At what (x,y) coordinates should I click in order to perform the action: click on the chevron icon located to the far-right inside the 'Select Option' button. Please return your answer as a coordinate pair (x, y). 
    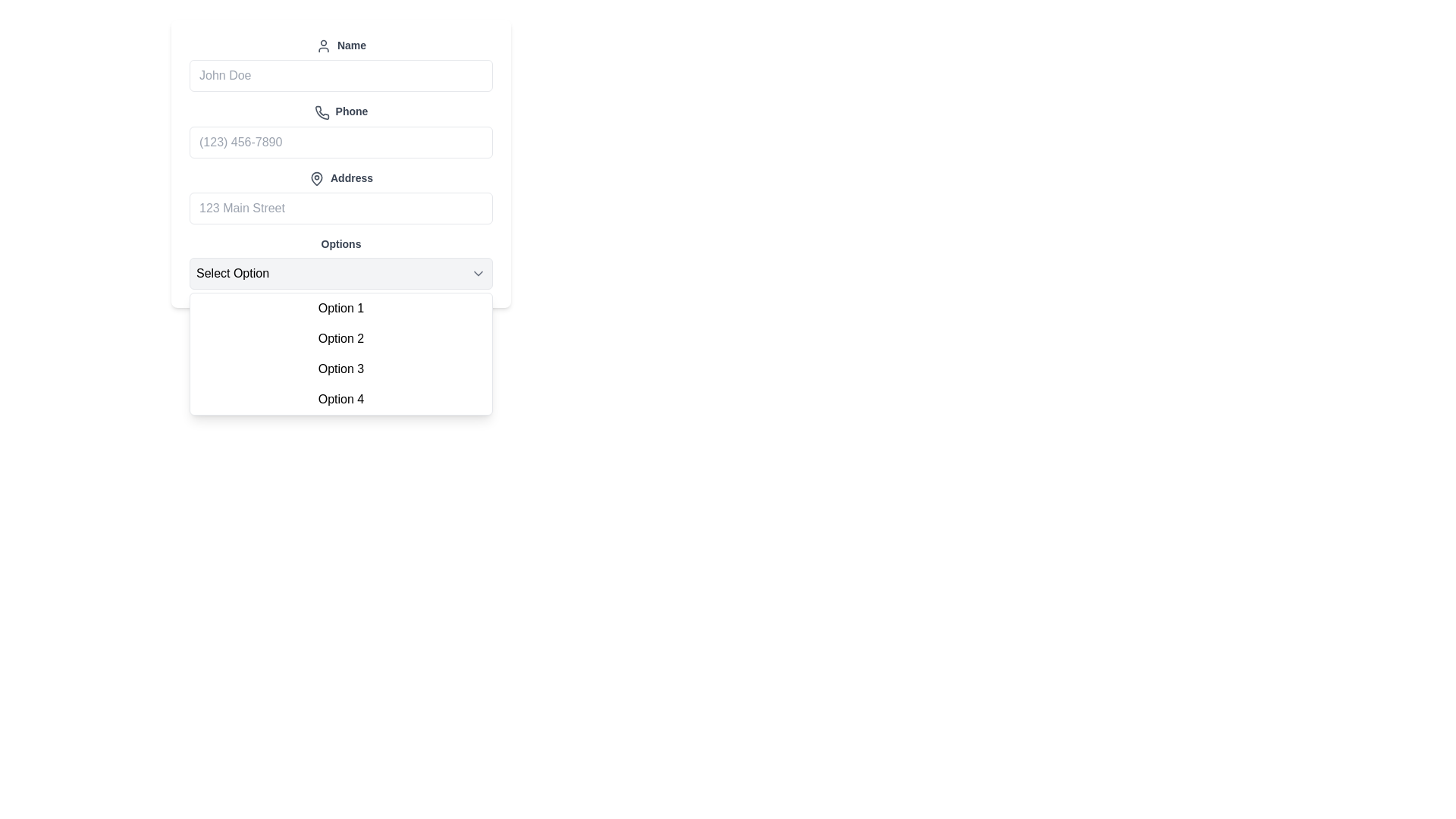
    Looking at the image, I should click on (477, 271).